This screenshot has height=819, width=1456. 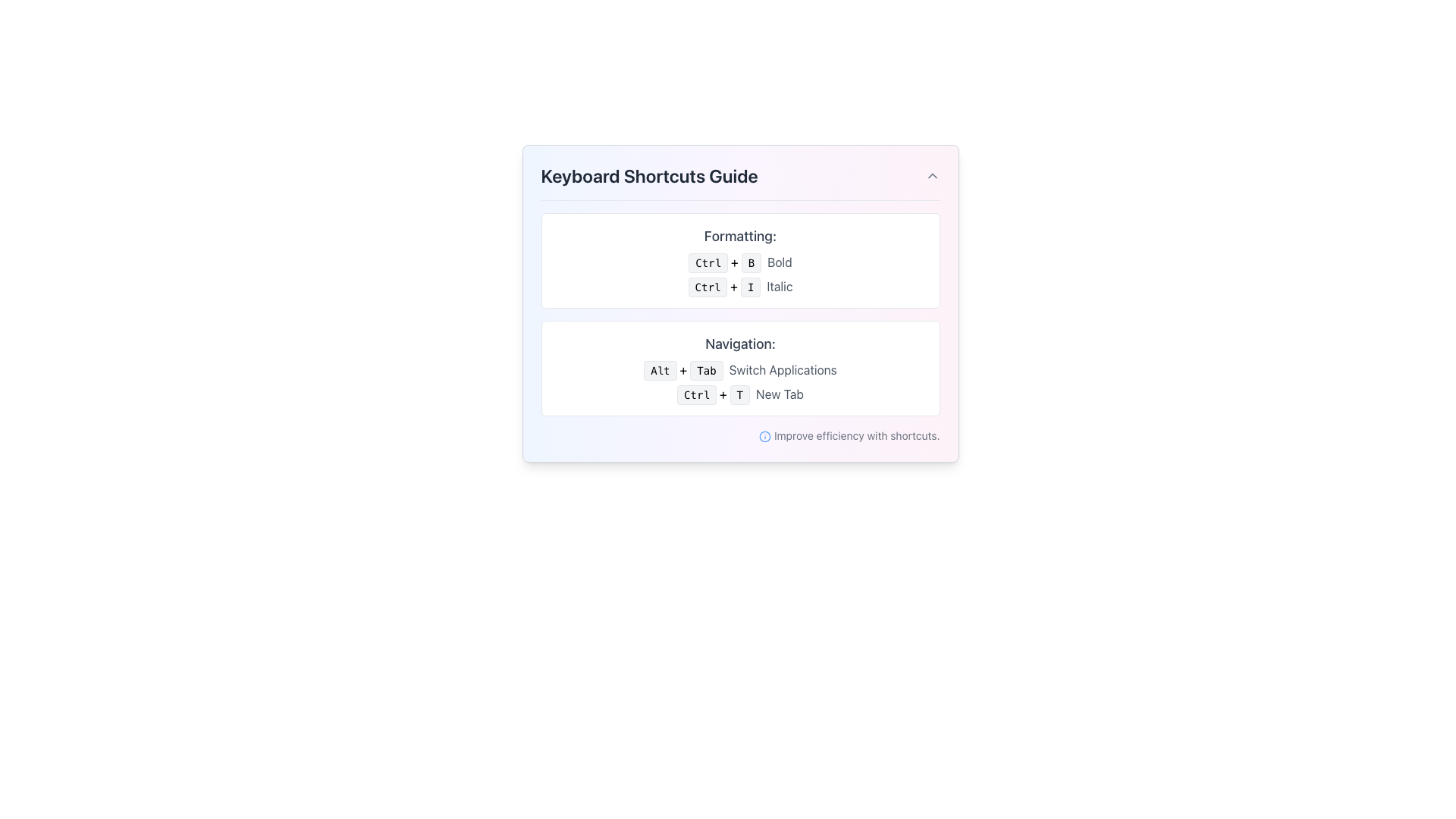 I want to click on information displayed on the informational card about keyboard shortcuts for formatting and navigation, which is located in the middle-top part of the layout and has a colorful background, so click(x=740, y=303).